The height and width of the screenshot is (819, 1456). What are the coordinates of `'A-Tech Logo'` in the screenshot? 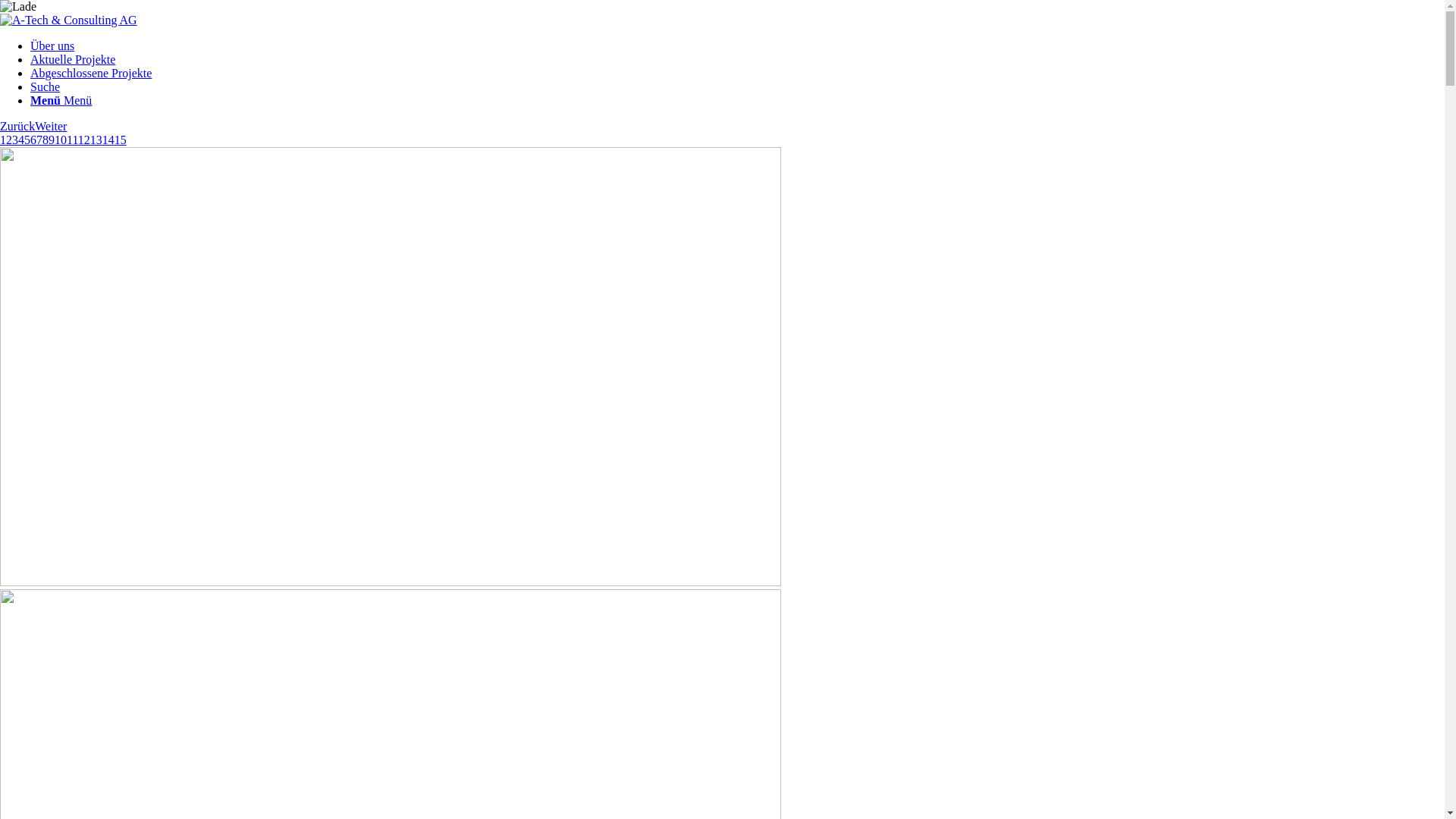 It's located at (67, 20).